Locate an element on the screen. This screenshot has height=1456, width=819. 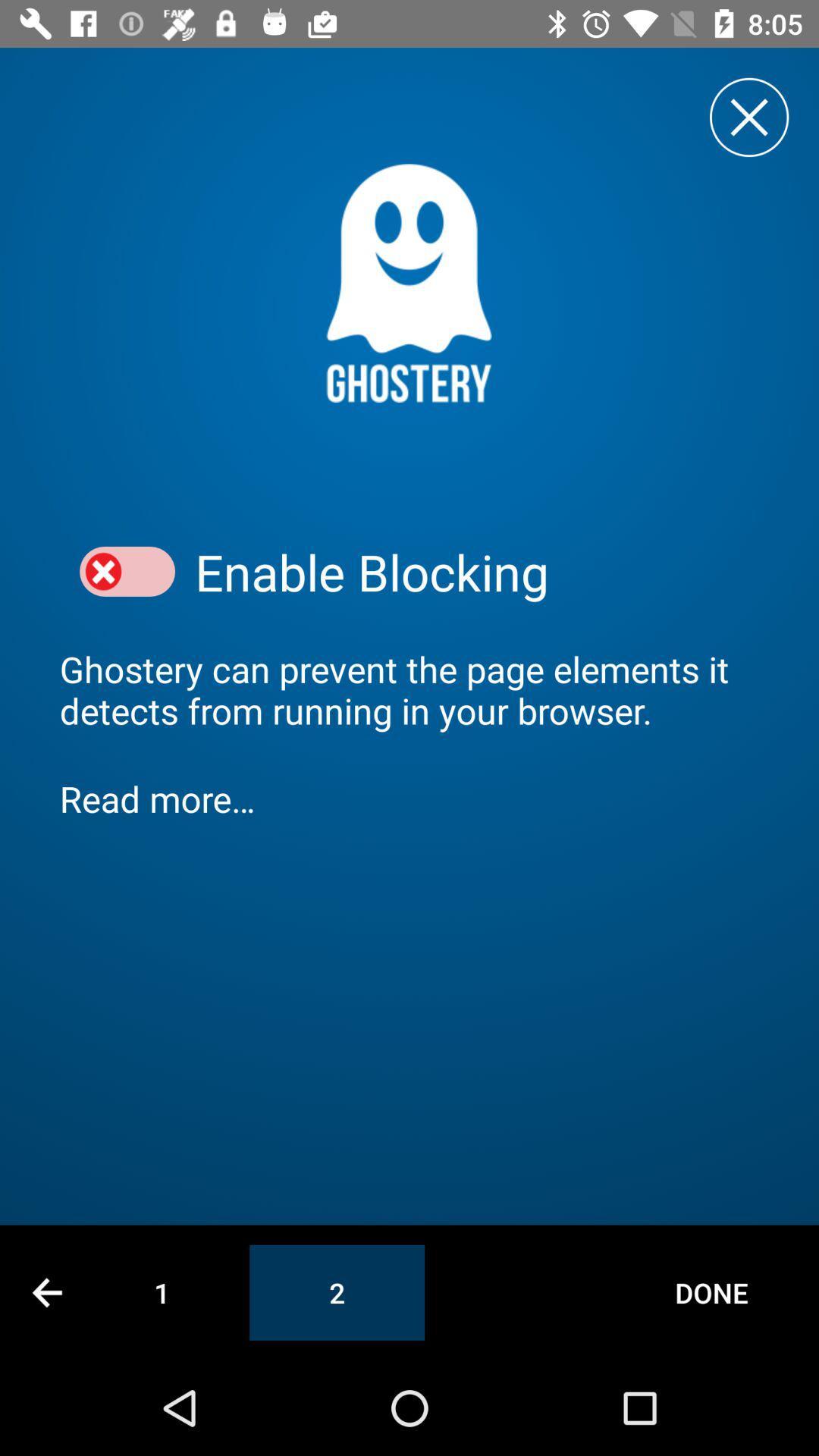
item next to the 1 is located at coordinates (46, 1291).